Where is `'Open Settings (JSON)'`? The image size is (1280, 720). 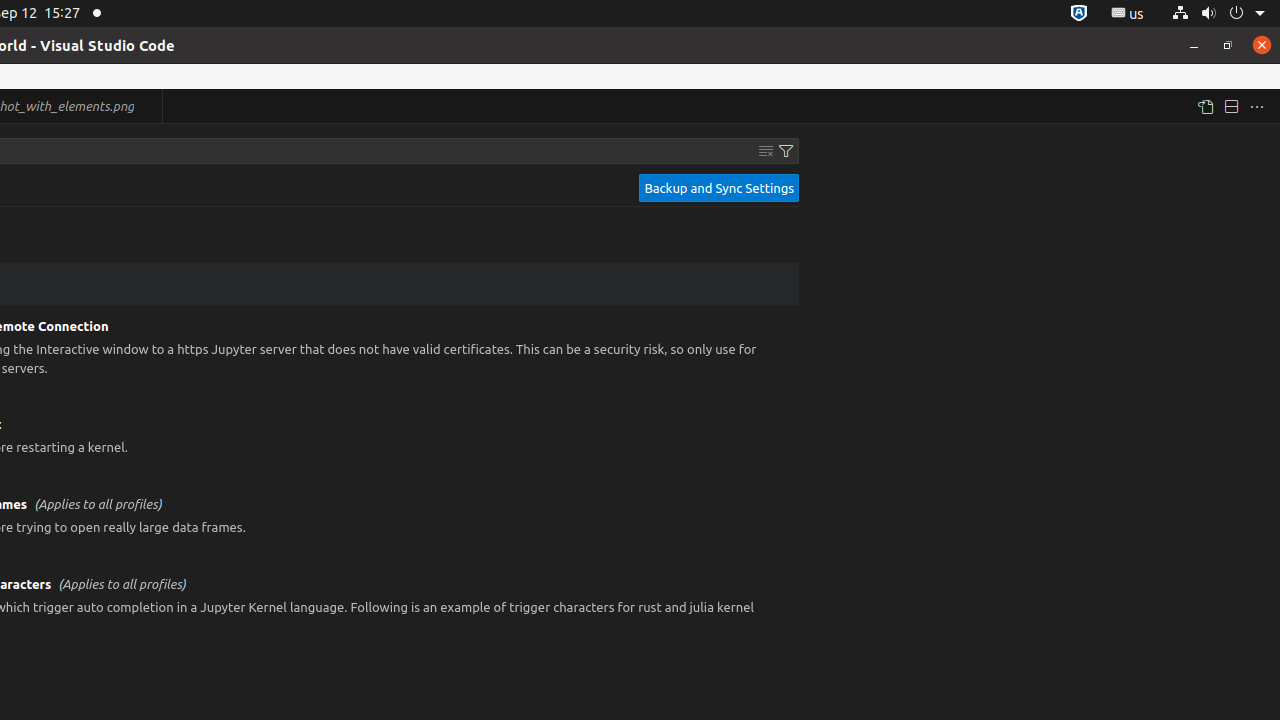
'Open Settings (JSON)' is located at coordinates (1203, 106).